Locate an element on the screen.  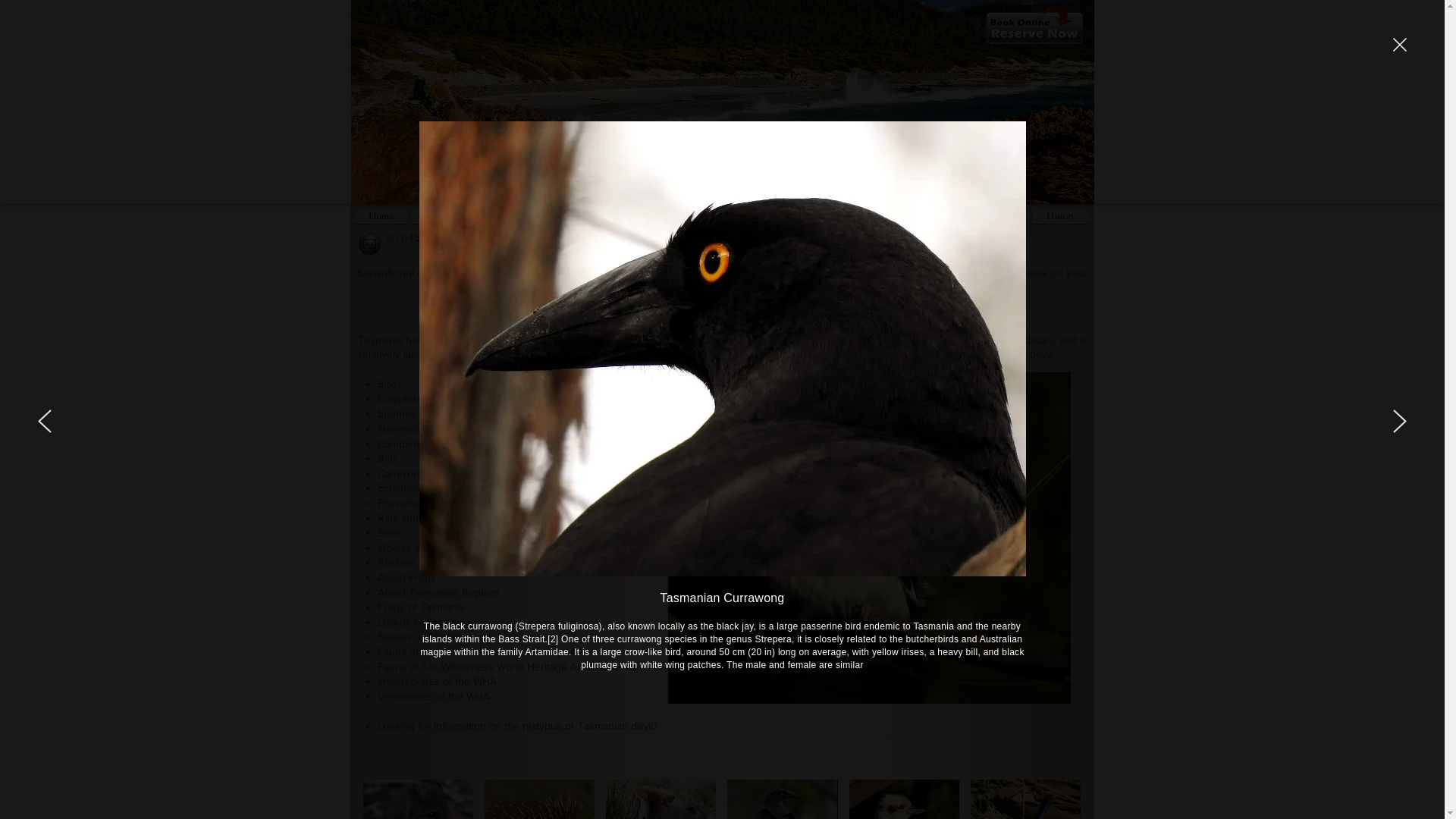
'Tasmanian devil' is located at coordinates (615, 724).